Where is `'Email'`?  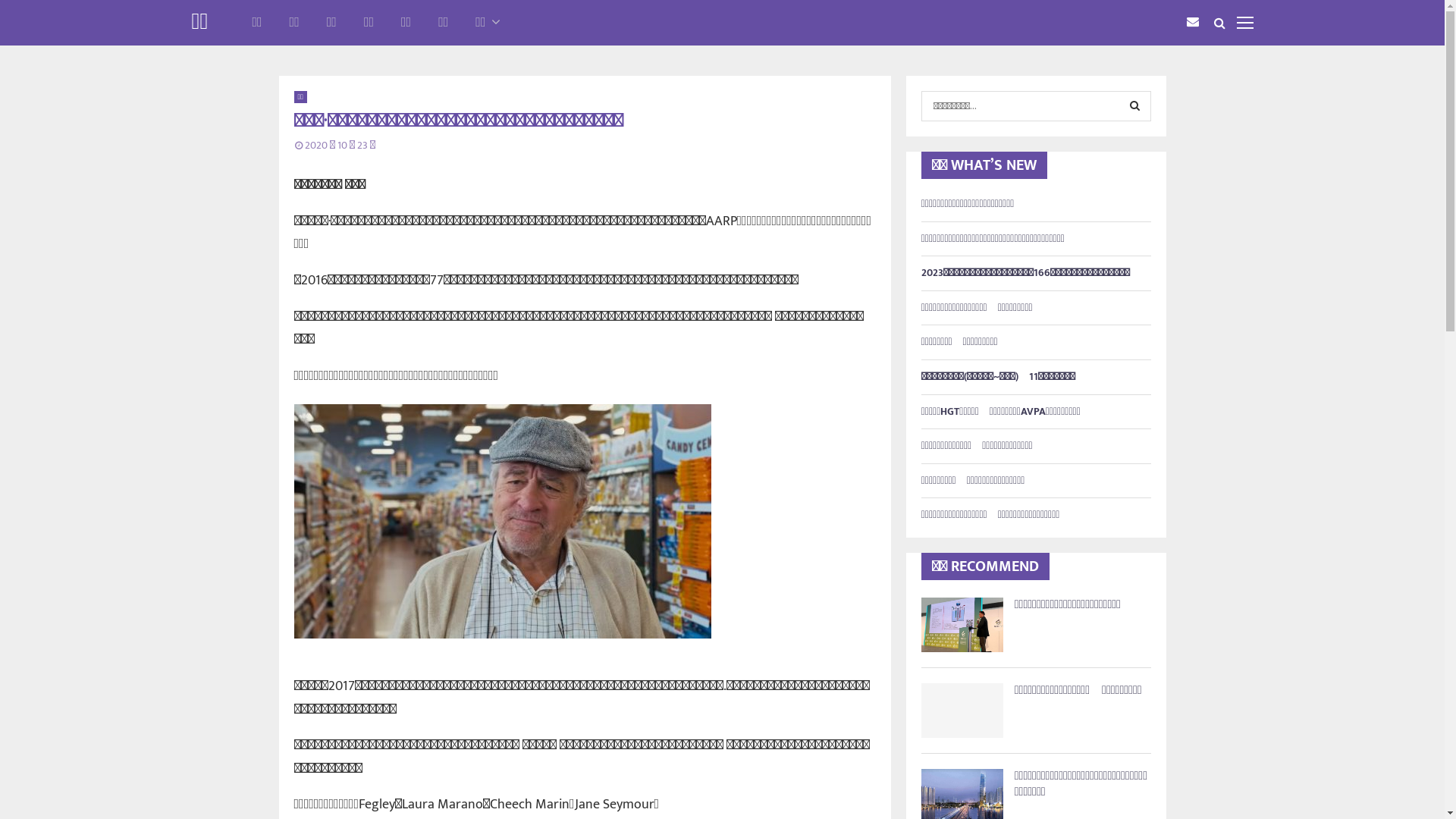 'Email' is located at coordinates (1195, 23).